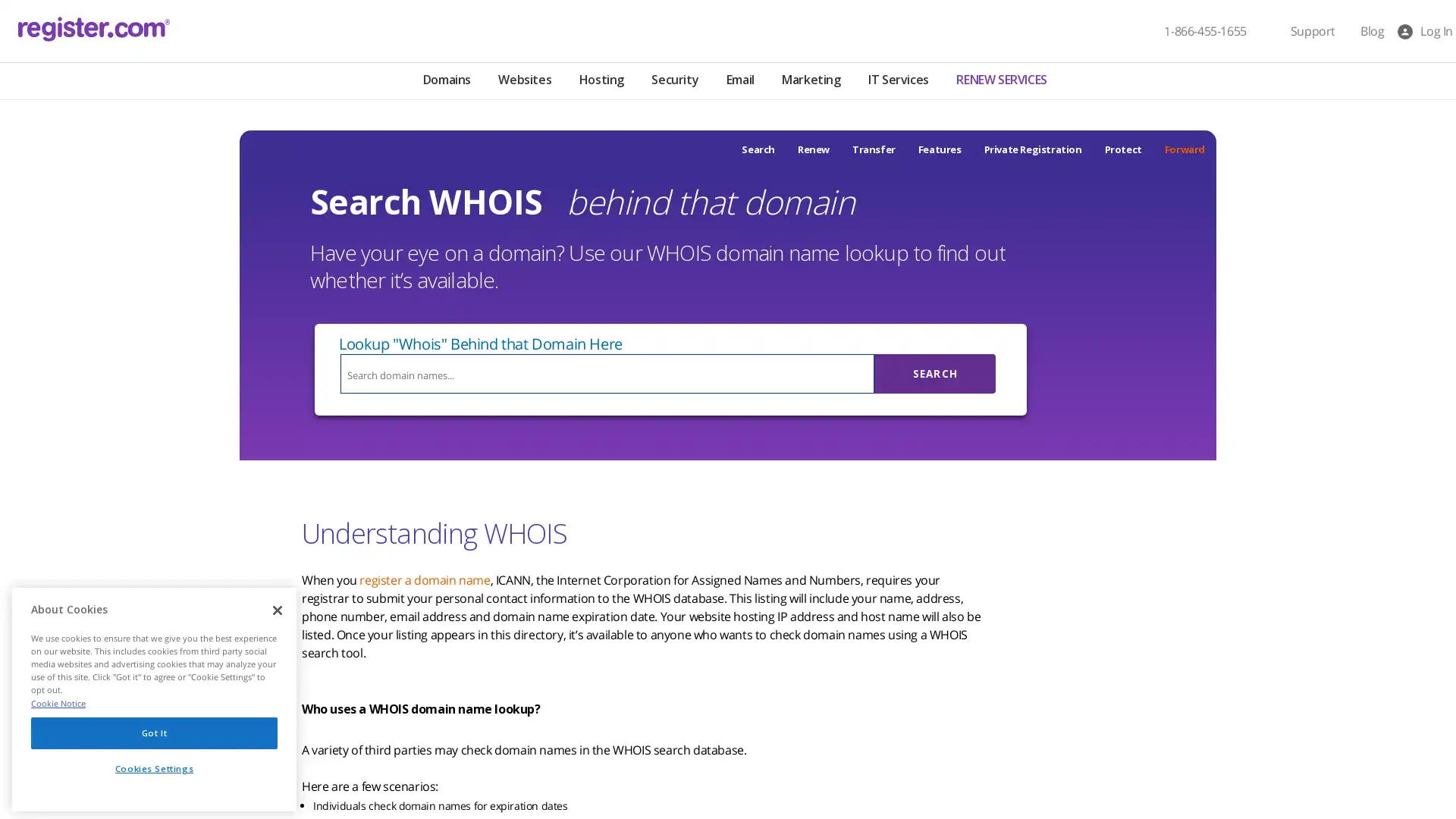  Describe the element at coordinates (810, 81) in the screenshot. I see `Marketing` at that location.